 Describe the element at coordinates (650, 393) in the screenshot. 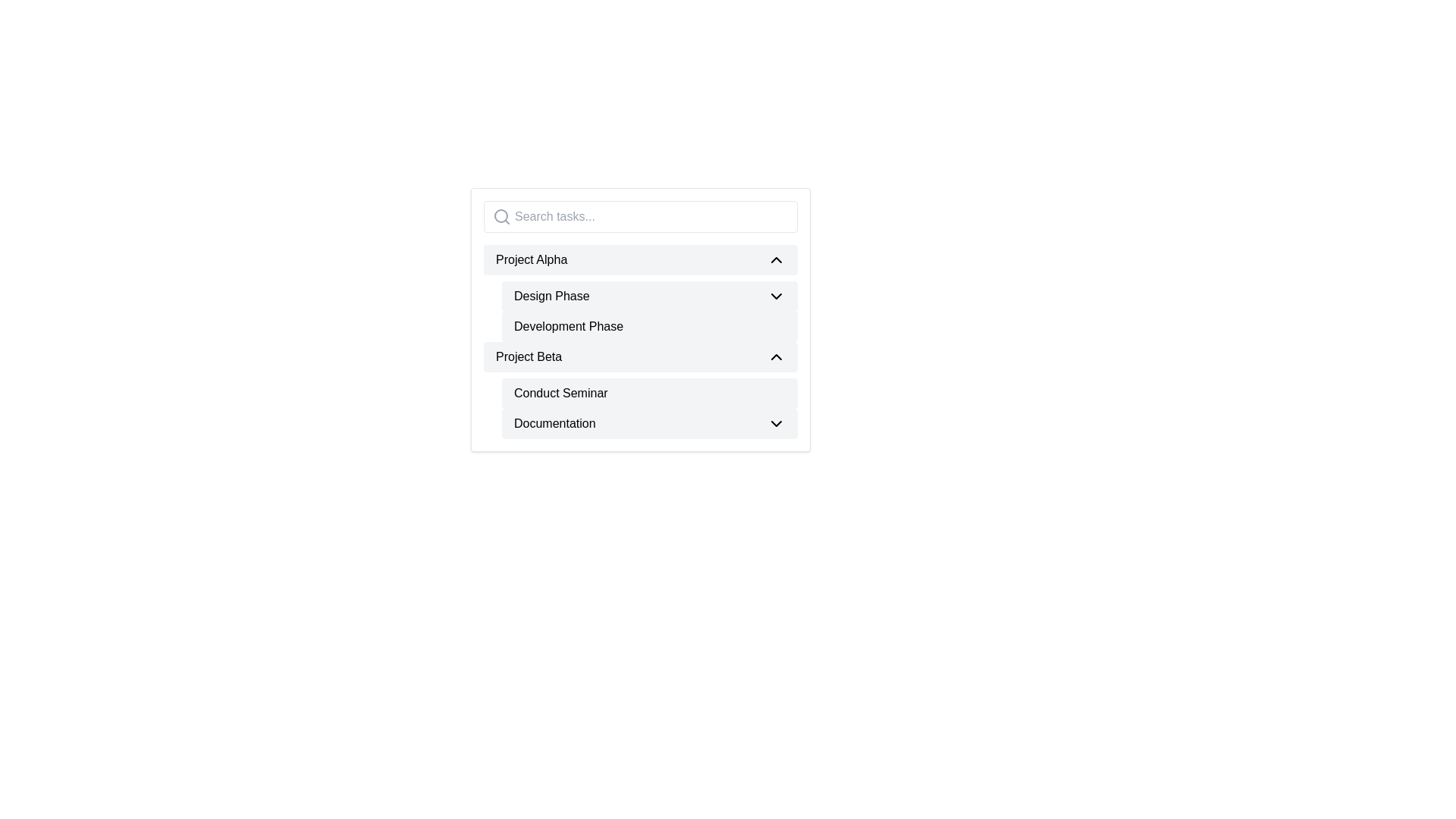

I see `the List Item labeled 'Conduct Seminar', which is the first entry under the 'Project Beta' category` at that location.